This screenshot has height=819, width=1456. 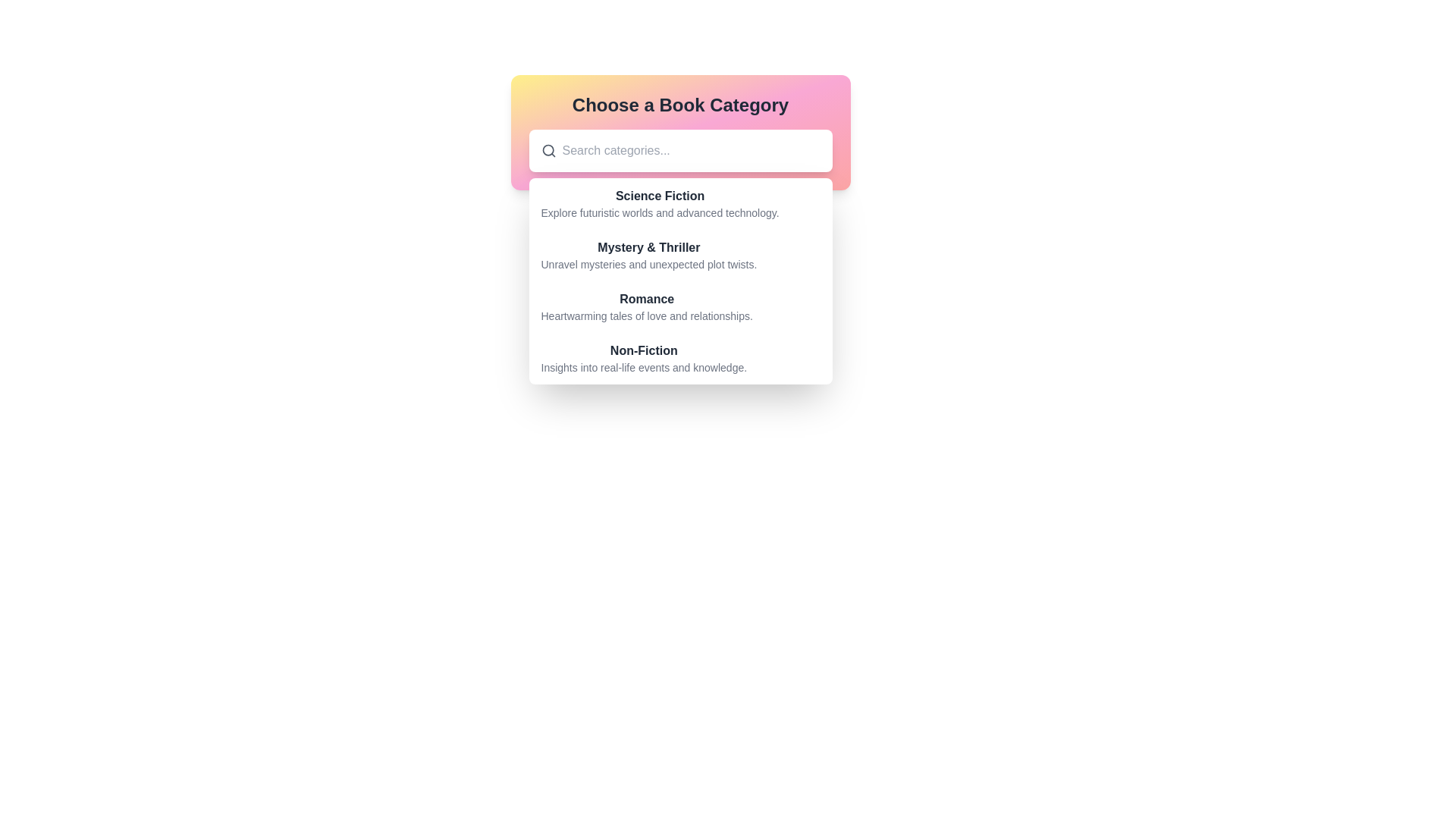 I want to click on the 'Romance' category text display element in the book selection interface, which is the third entry in the list under the 'Choose a Book Category' header, so click(x=647, y=307).